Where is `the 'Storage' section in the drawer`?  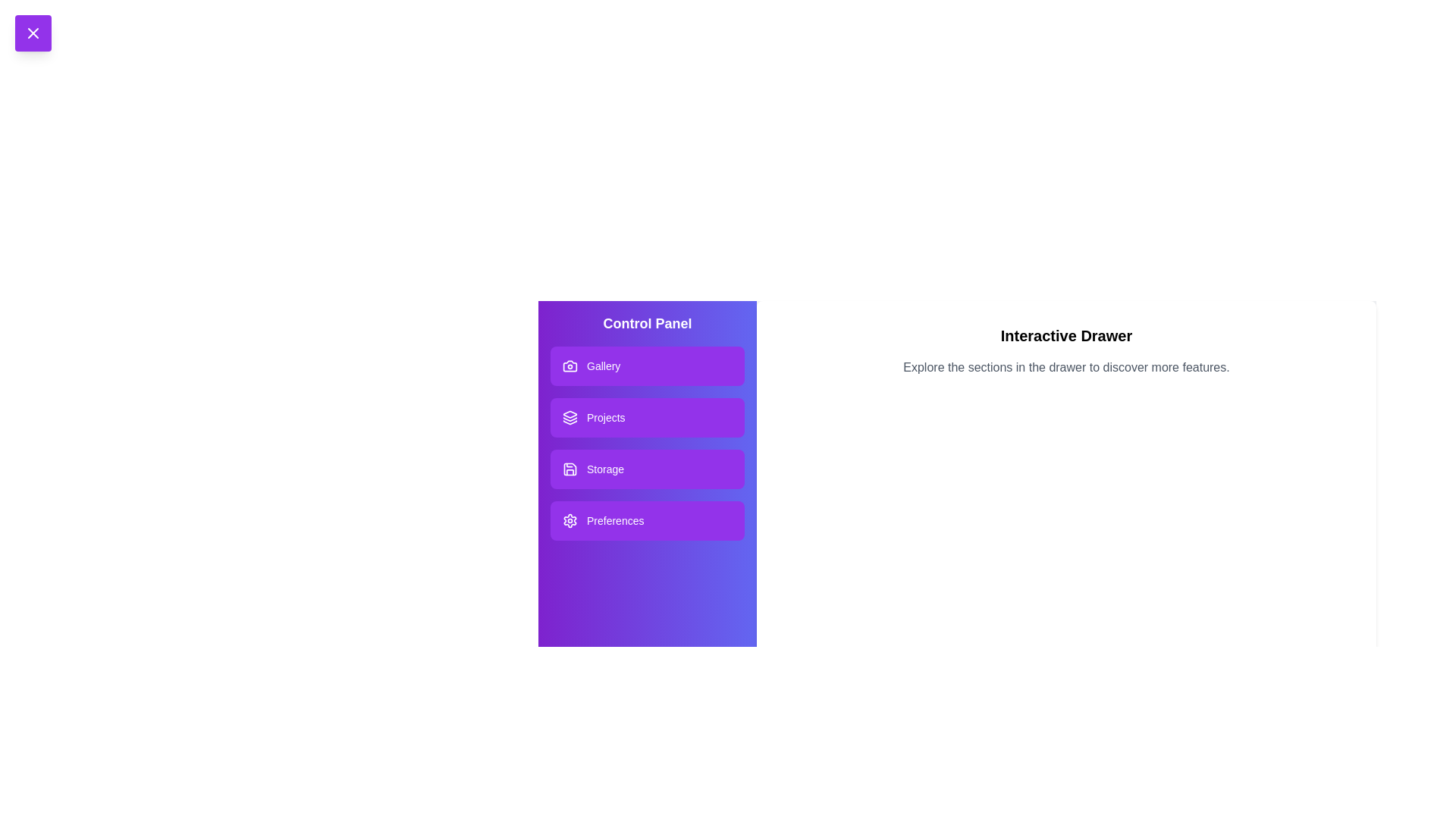 the 'Storage' section in the drawer is located at coordinates (648, 468).